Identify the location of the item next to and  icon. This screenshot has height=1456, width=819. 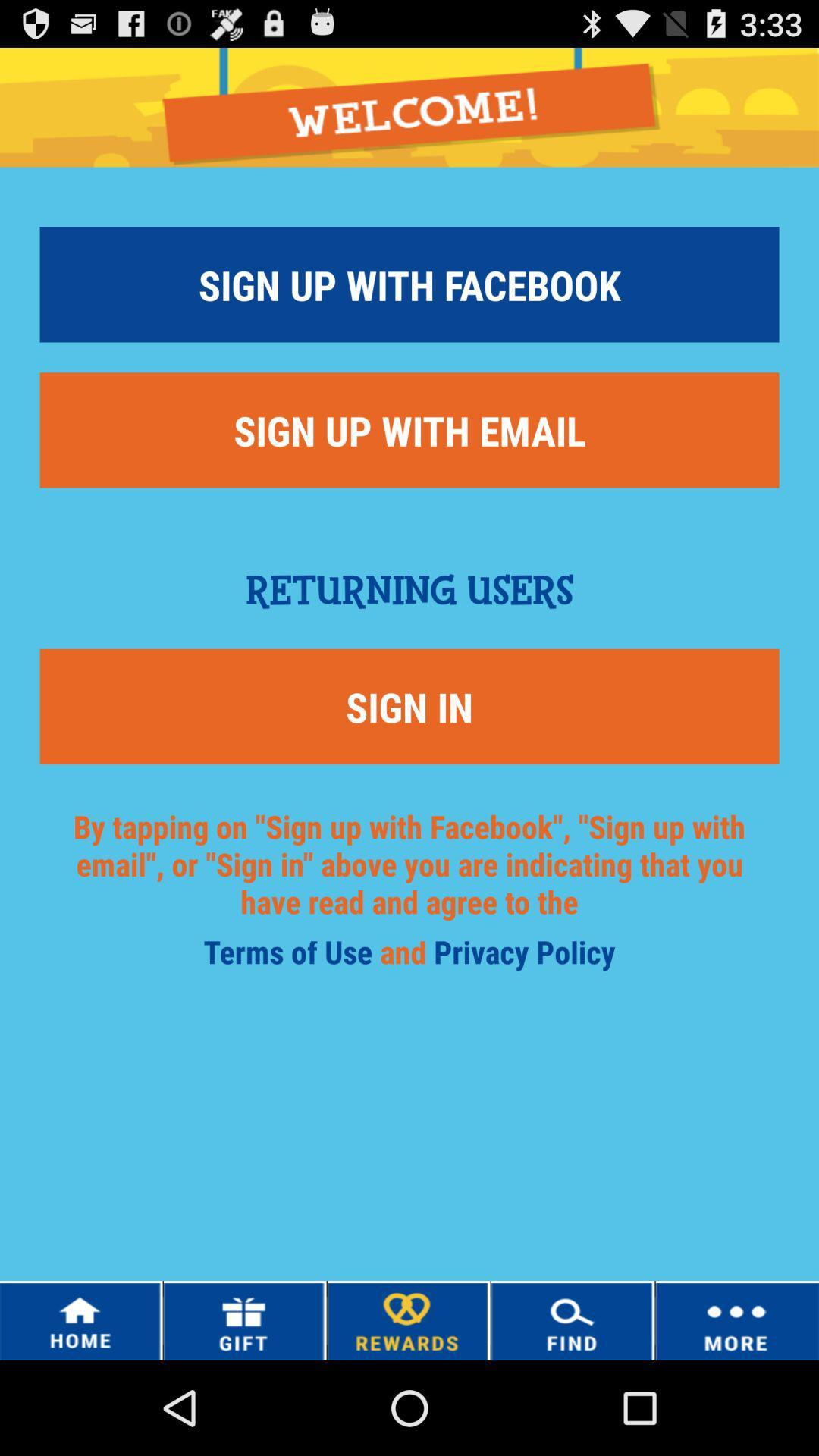
(523, 956).